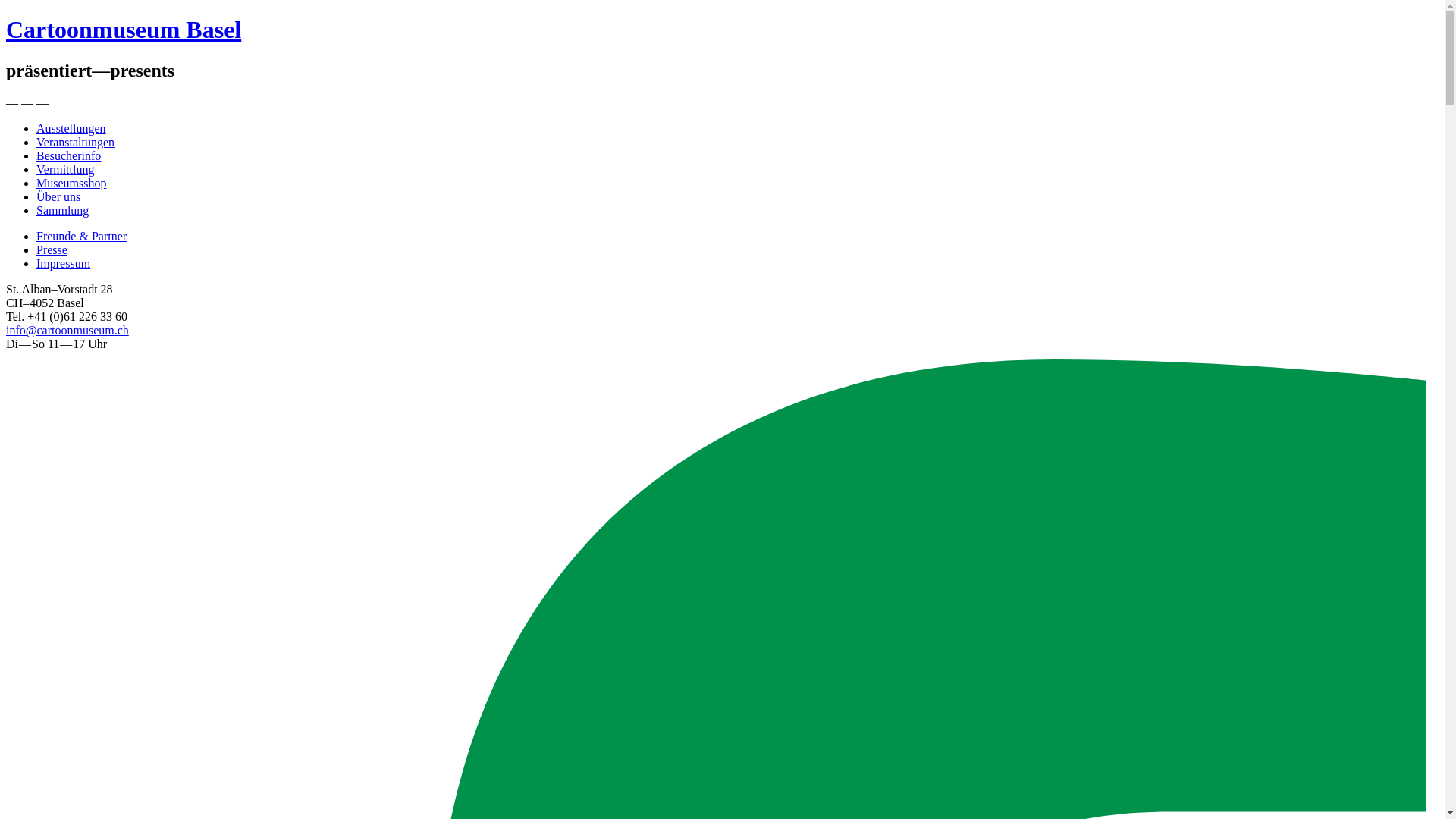  What do you see at coordinates (67, 329) in the screenshot?
I see `'info@cartoonmuseum.ch'` at bounding box center [67, 329].